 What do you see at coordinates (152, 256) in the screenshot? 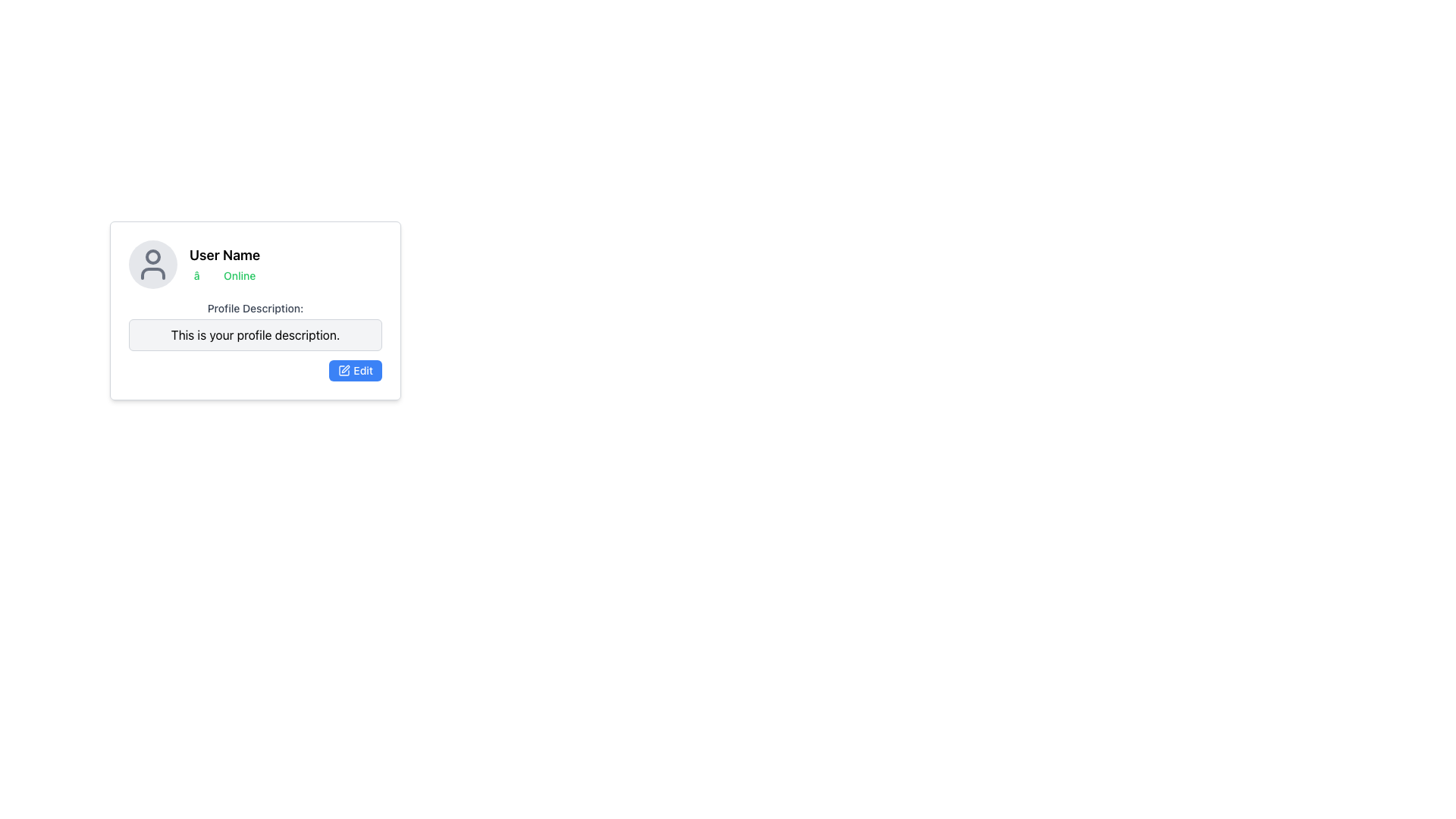
I see `the decorative circle within the user avatar graphic, which is positioned to the left of the 'User Name' text in the profile information card` at bounding box center [152, 256].